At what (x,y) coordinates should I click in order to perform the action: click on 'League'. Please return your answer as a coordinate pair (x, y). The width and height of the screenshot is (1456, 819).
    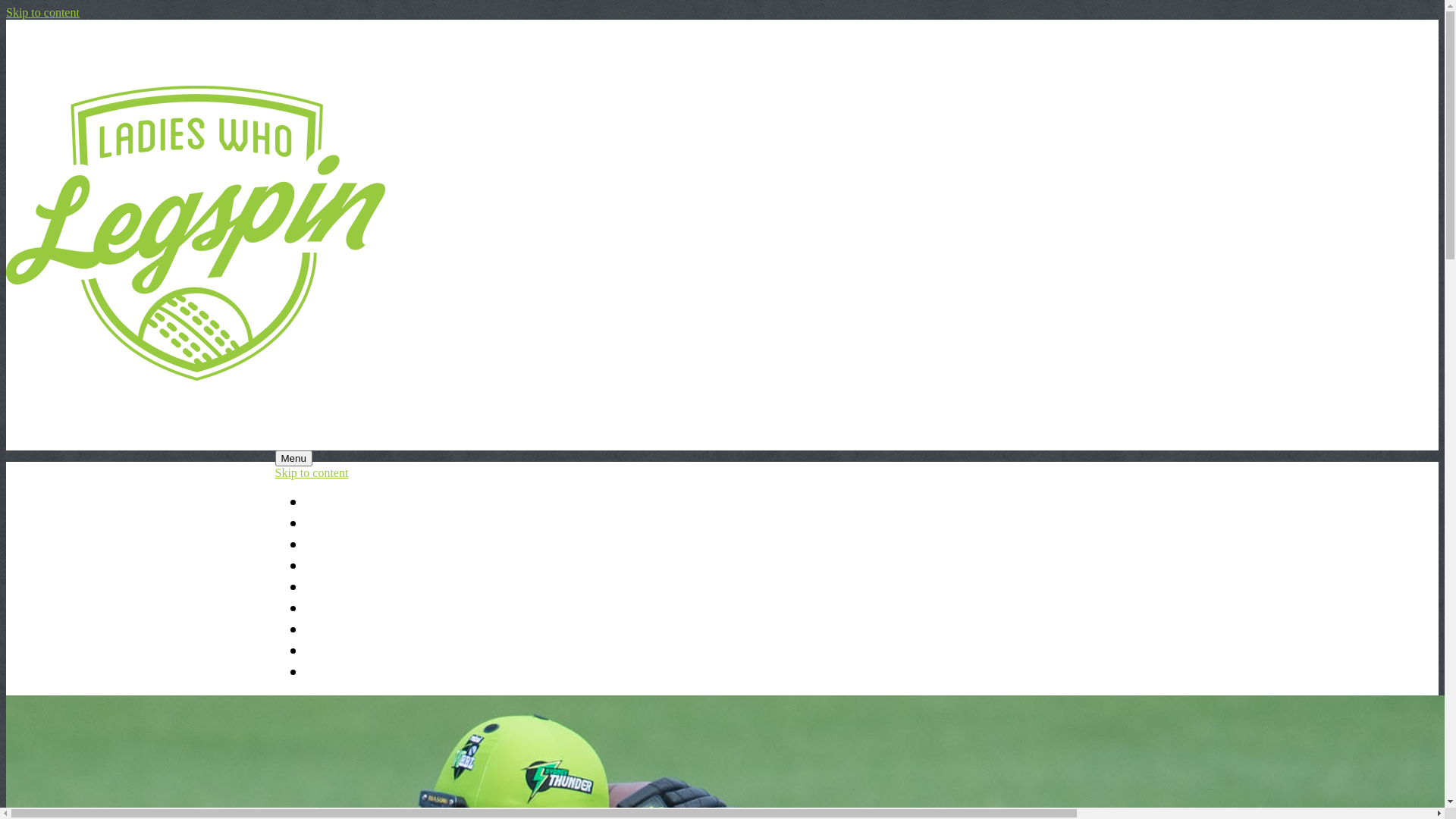
    Looking at the image, I should click on (328, 544).